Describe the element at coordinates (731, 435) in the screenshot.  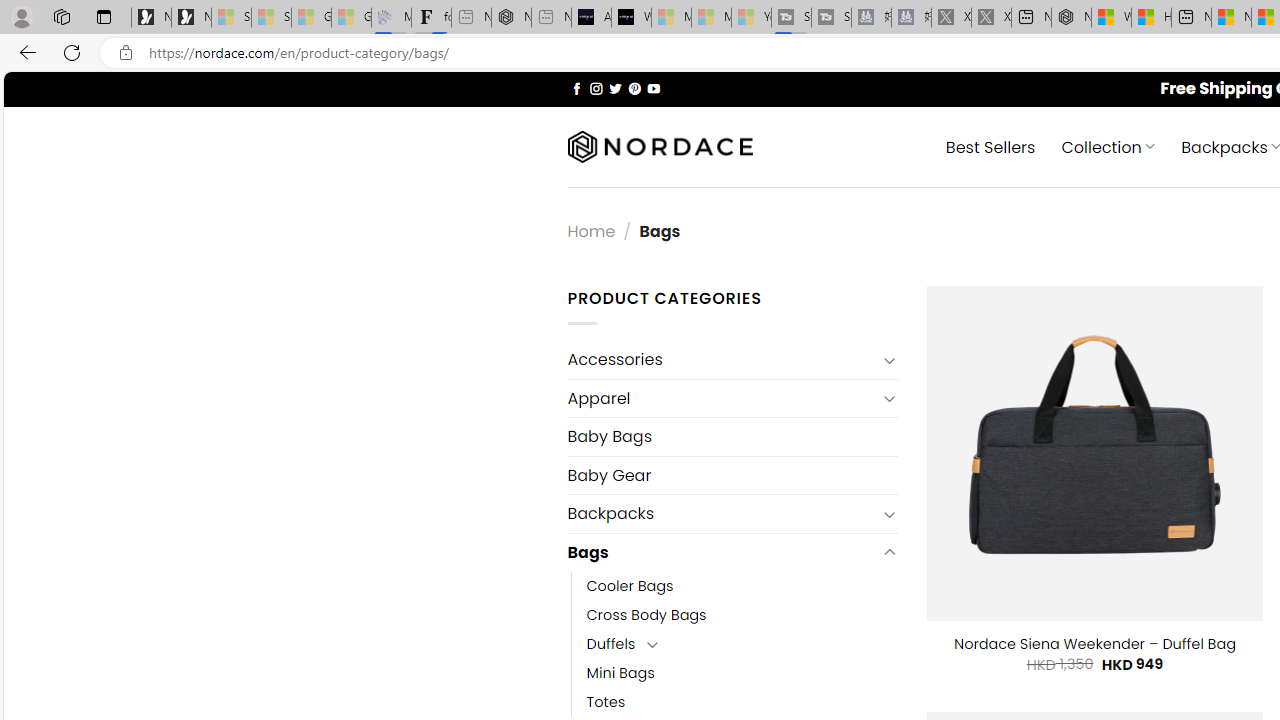
I see `'Baby Bags'` at that location.